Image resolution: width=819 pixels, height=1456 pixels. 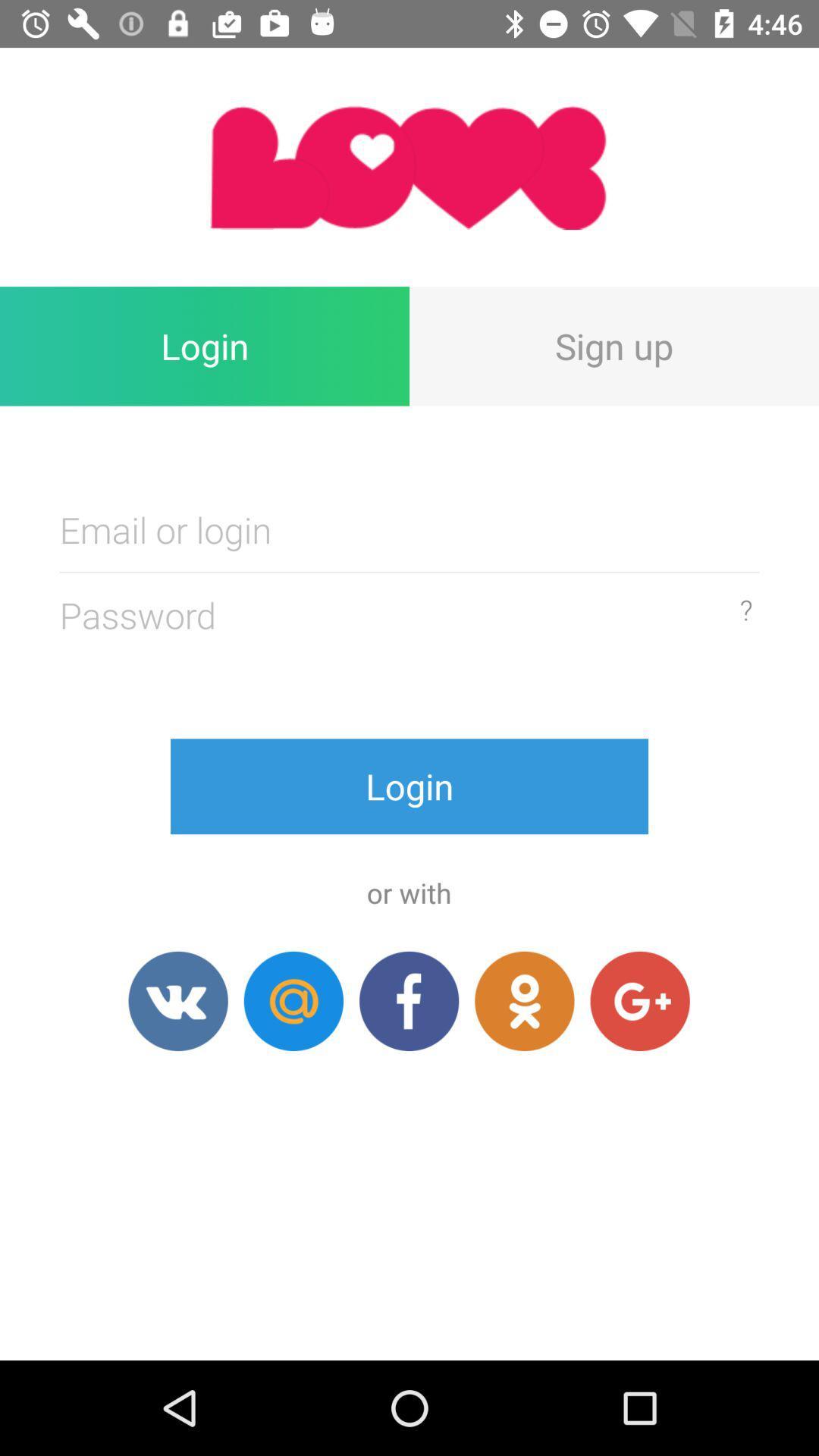 I want to click on icon on the right, so click(x=745, y=610).